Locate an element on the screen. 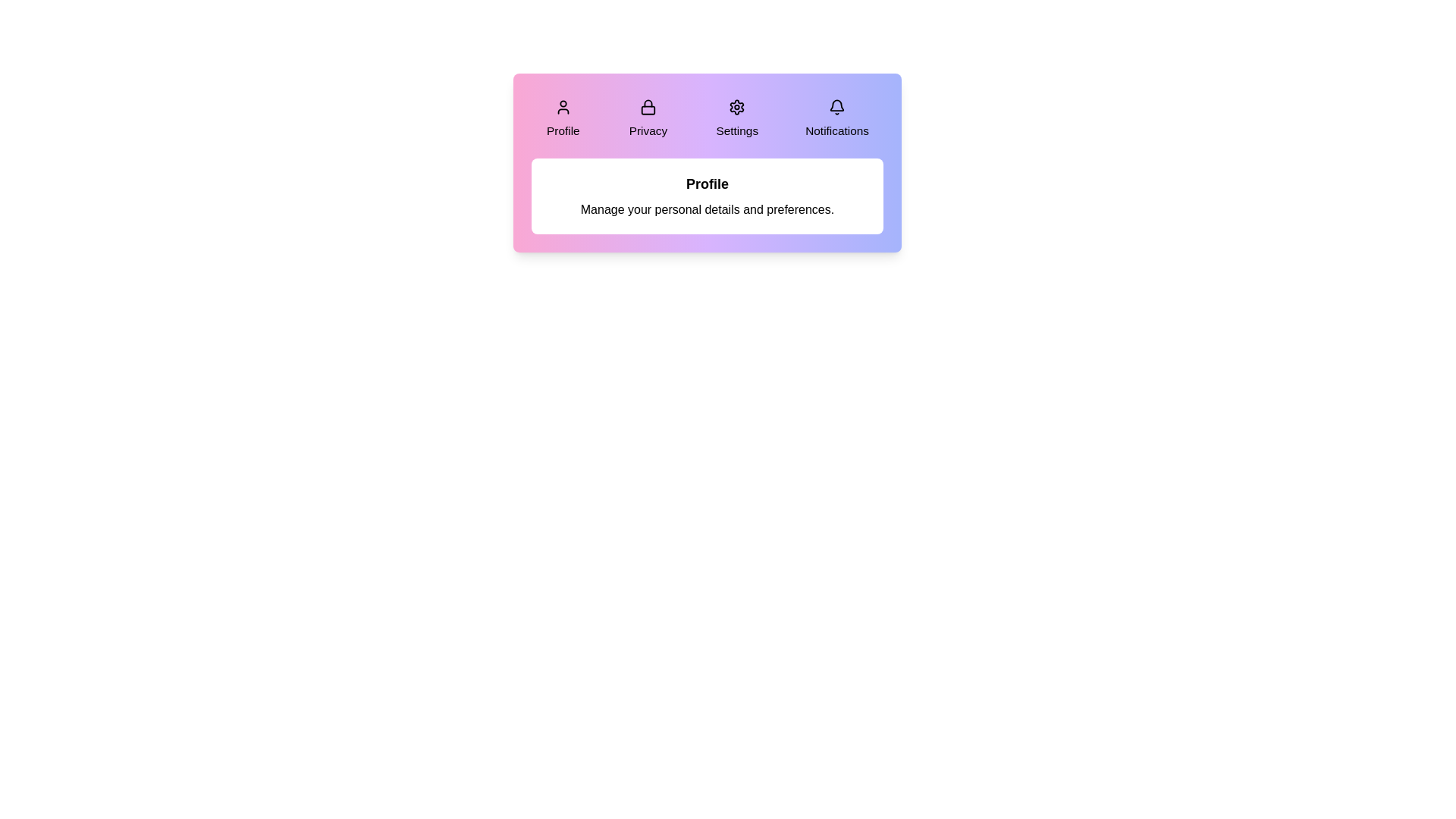  the icon of the tab labeled Settings is located at coordinates (737, 106).